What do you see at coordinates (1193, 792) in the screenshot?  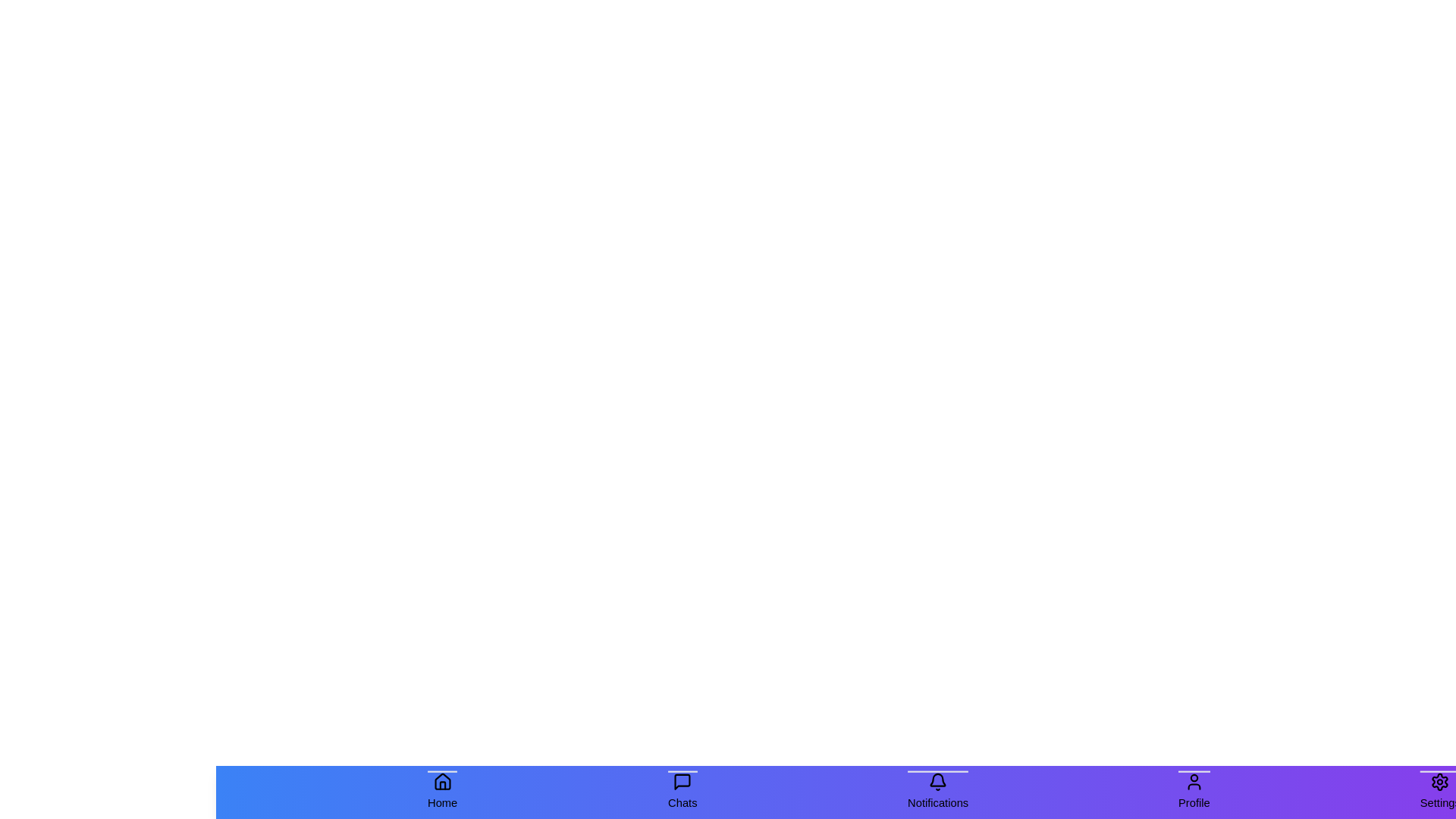 I see `the Profile tab in the bottom navigation bar` at bounding box center [1193, 792].